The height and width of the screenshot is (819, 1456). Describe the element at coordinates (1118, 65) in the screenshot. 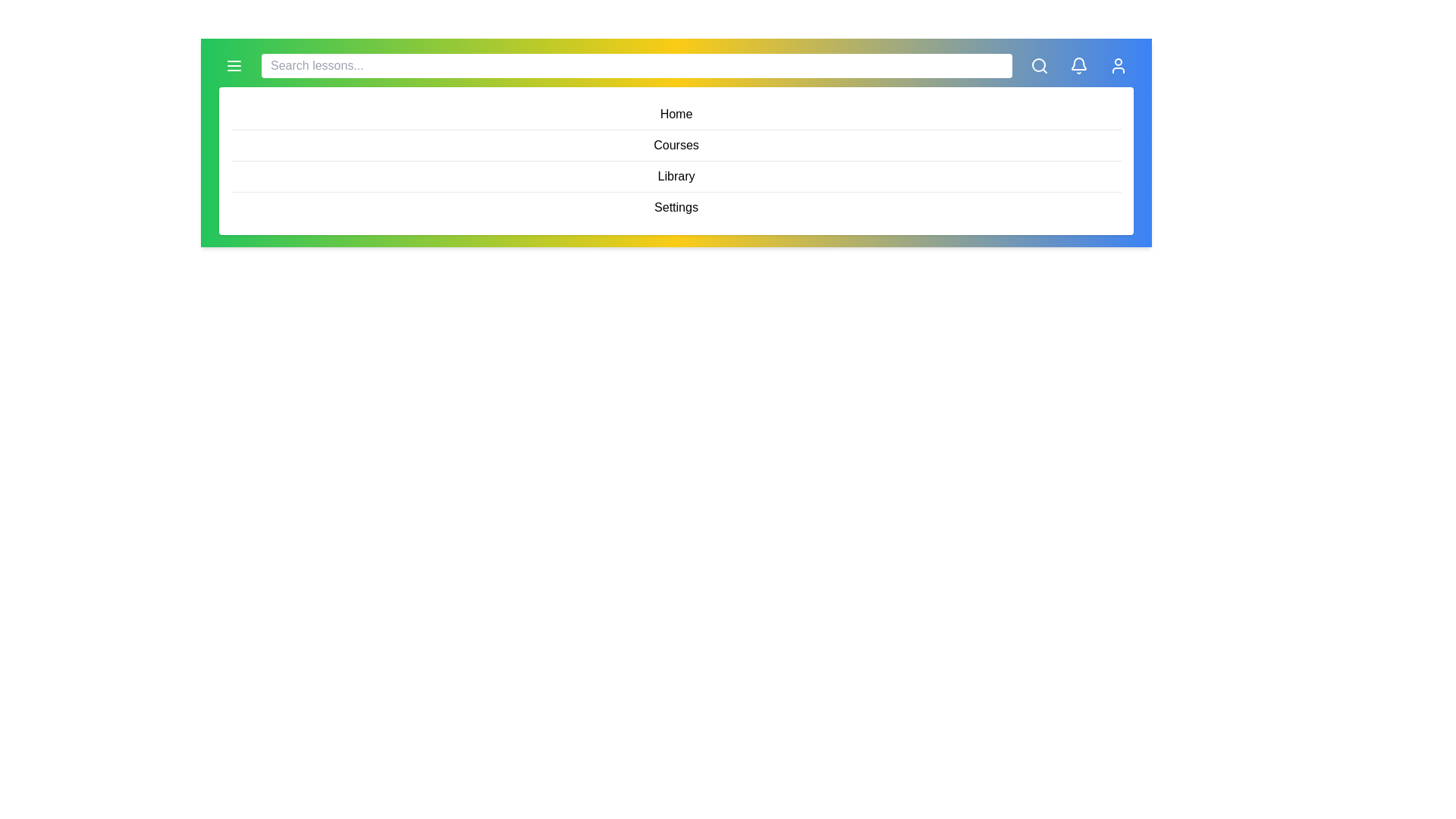

I see `the 'User Profile' icon to access user settings` at that location.